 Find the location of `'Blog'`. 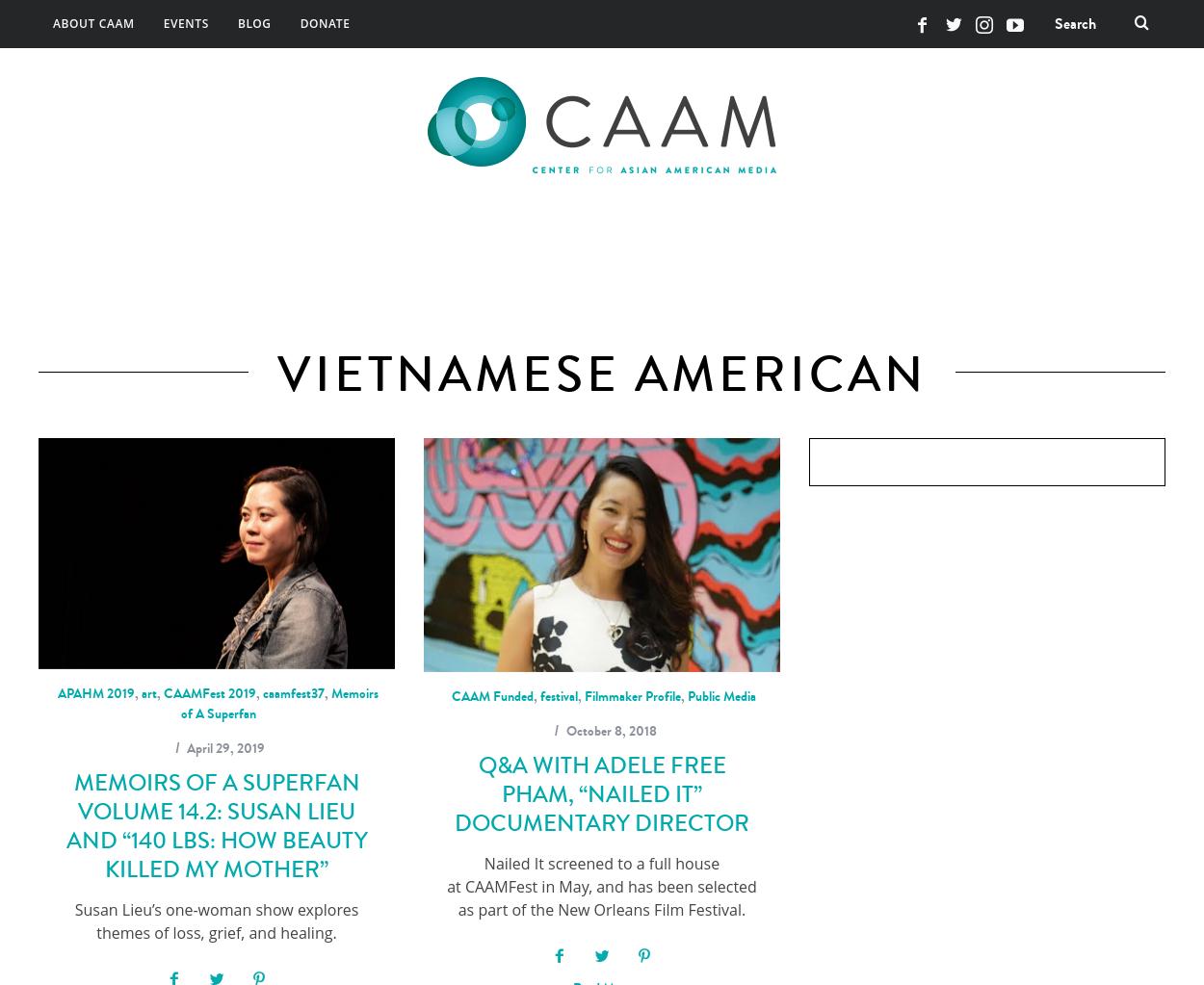

'Blog' is located at coordinates (253, 23).